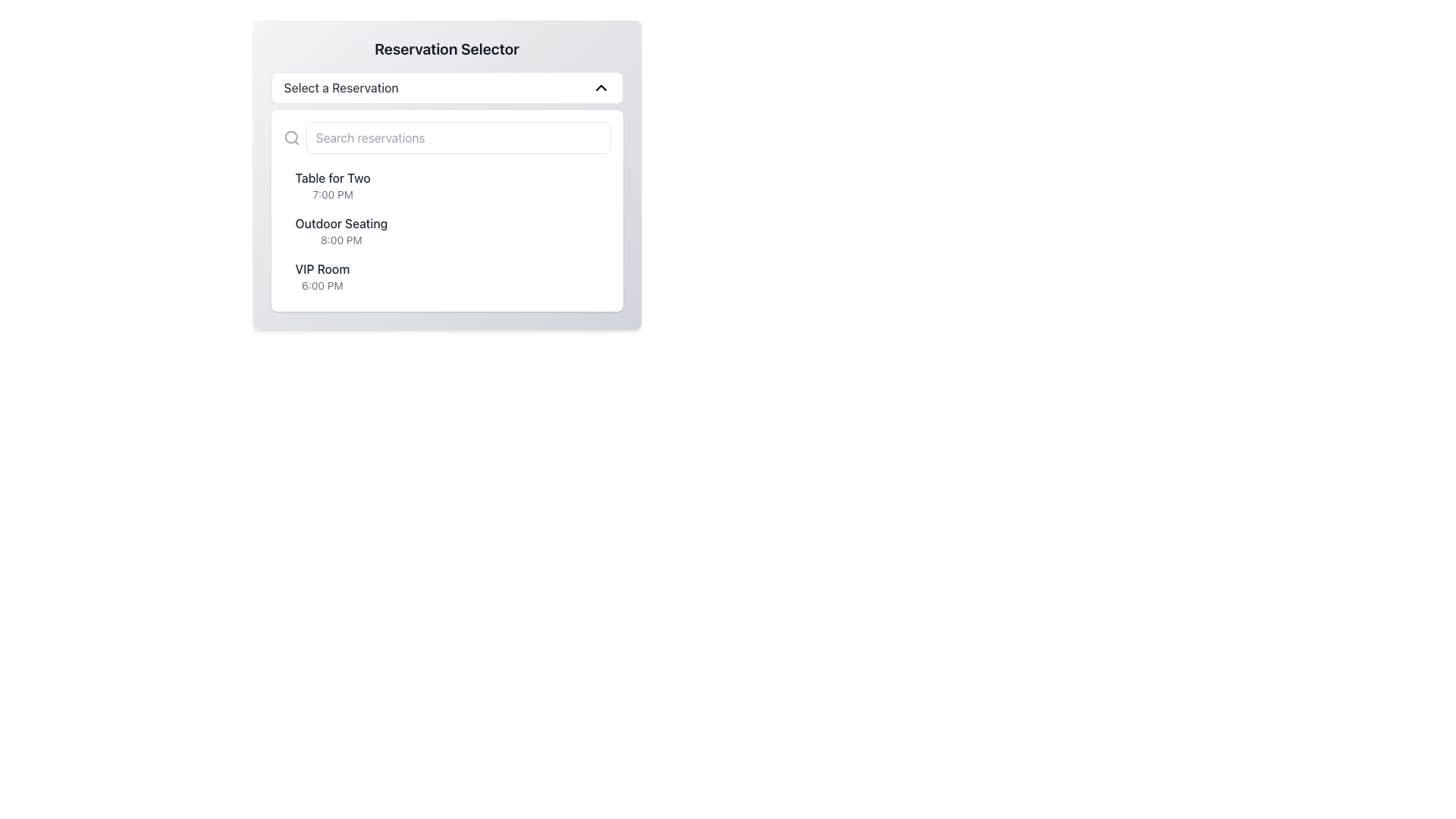 This screenshot has width=1456, height=819. I want to click on the static text label or heading that serves as the title for the reservation selection section, positioned at the top of the interface, so click(446, 49).